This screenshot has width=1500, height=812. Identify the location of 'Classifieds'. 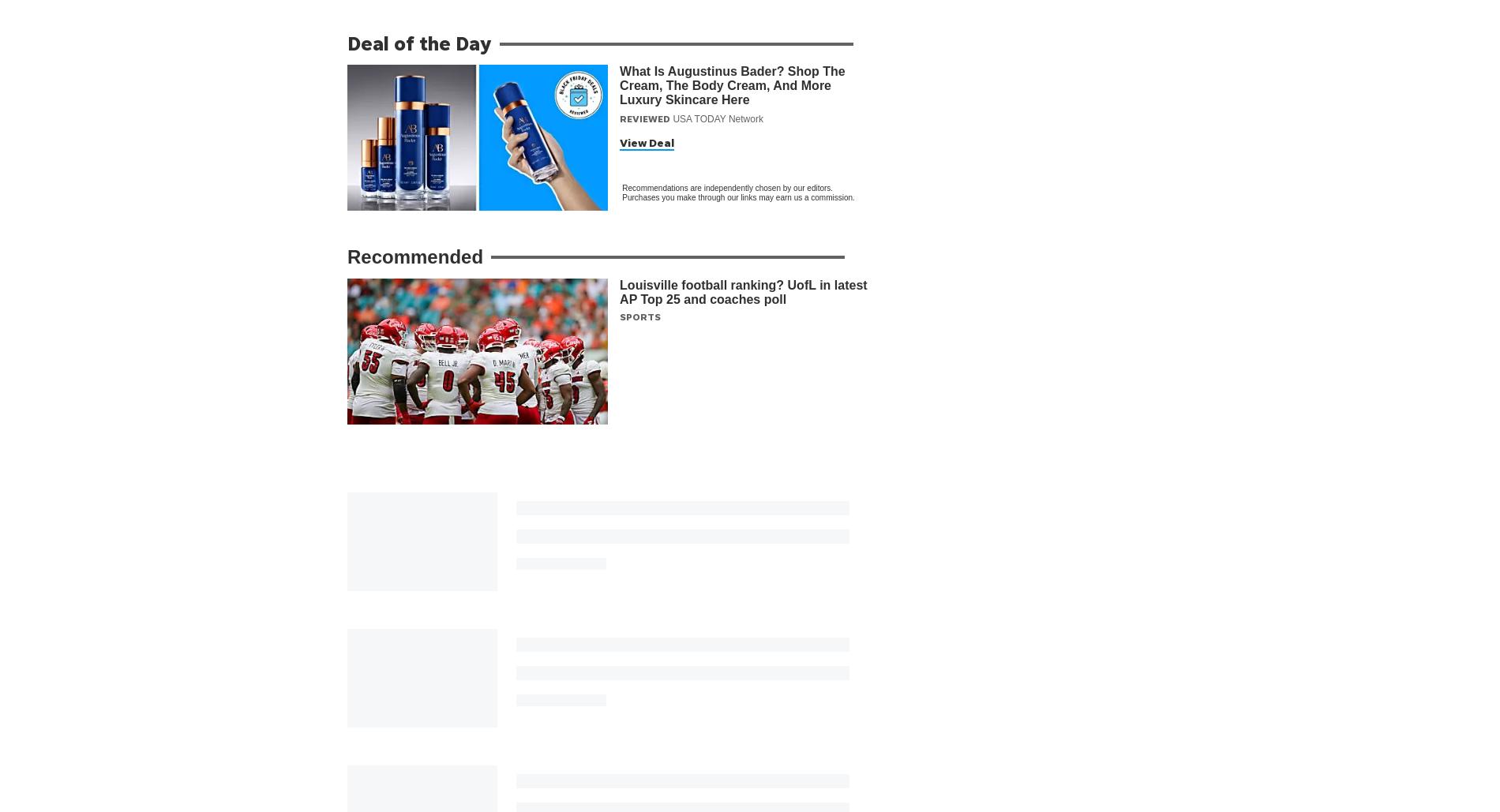
(966, 803).